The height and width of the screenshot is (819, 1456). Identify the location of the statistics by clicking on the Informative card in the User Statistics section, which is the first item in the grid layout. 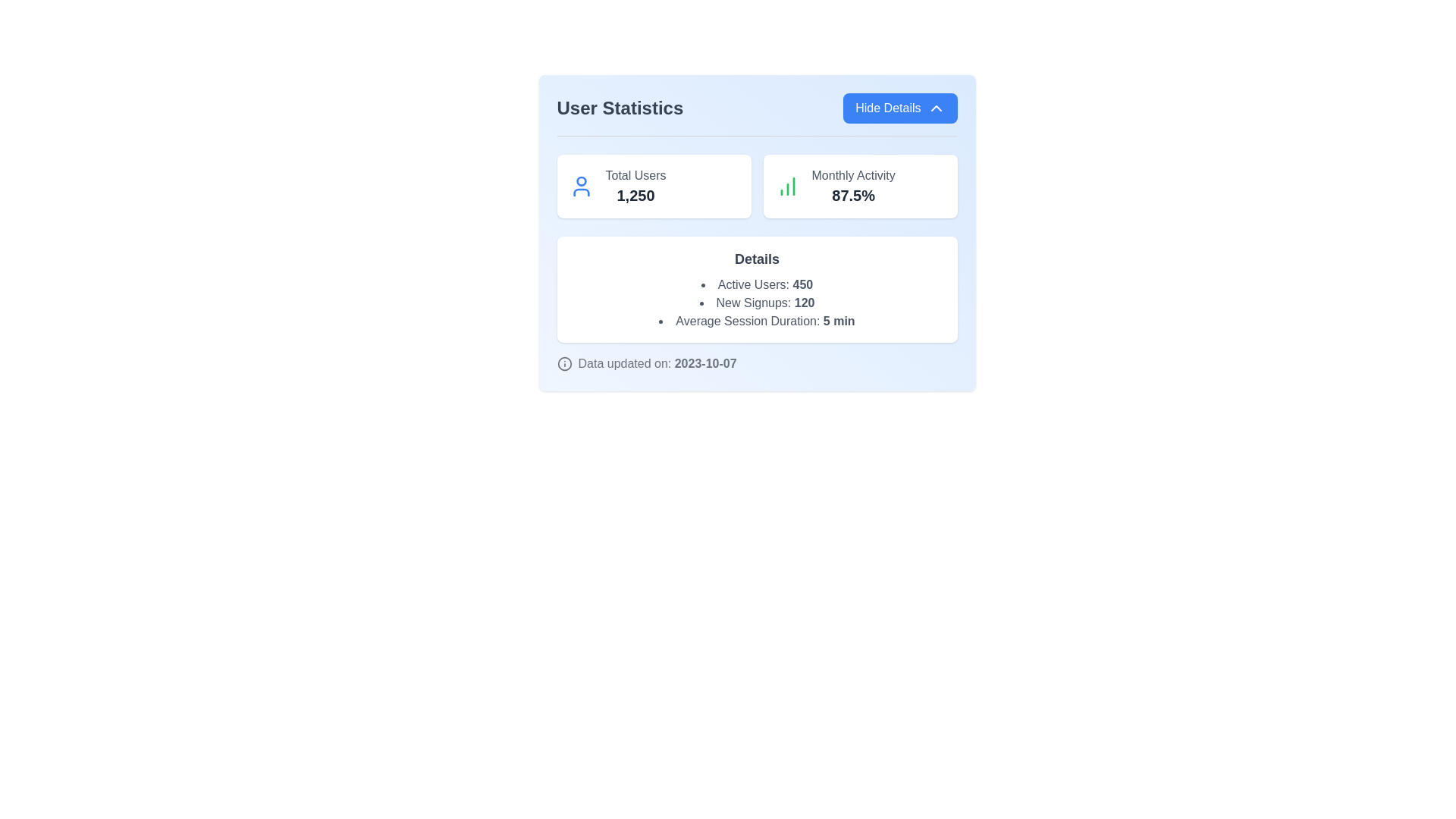
(654, 186).